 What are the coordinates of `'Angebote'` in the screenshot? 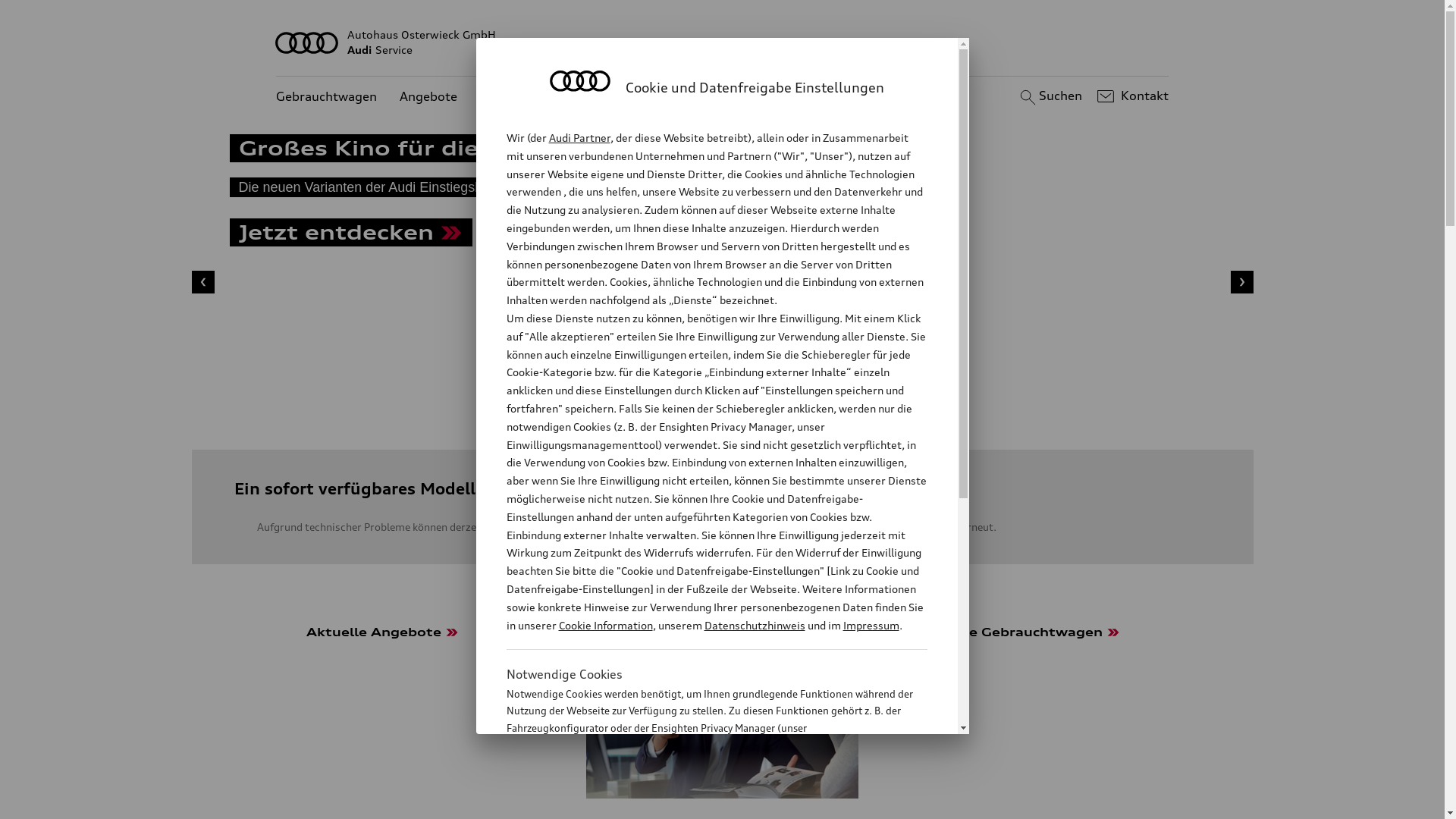 It's located at (428, 96).